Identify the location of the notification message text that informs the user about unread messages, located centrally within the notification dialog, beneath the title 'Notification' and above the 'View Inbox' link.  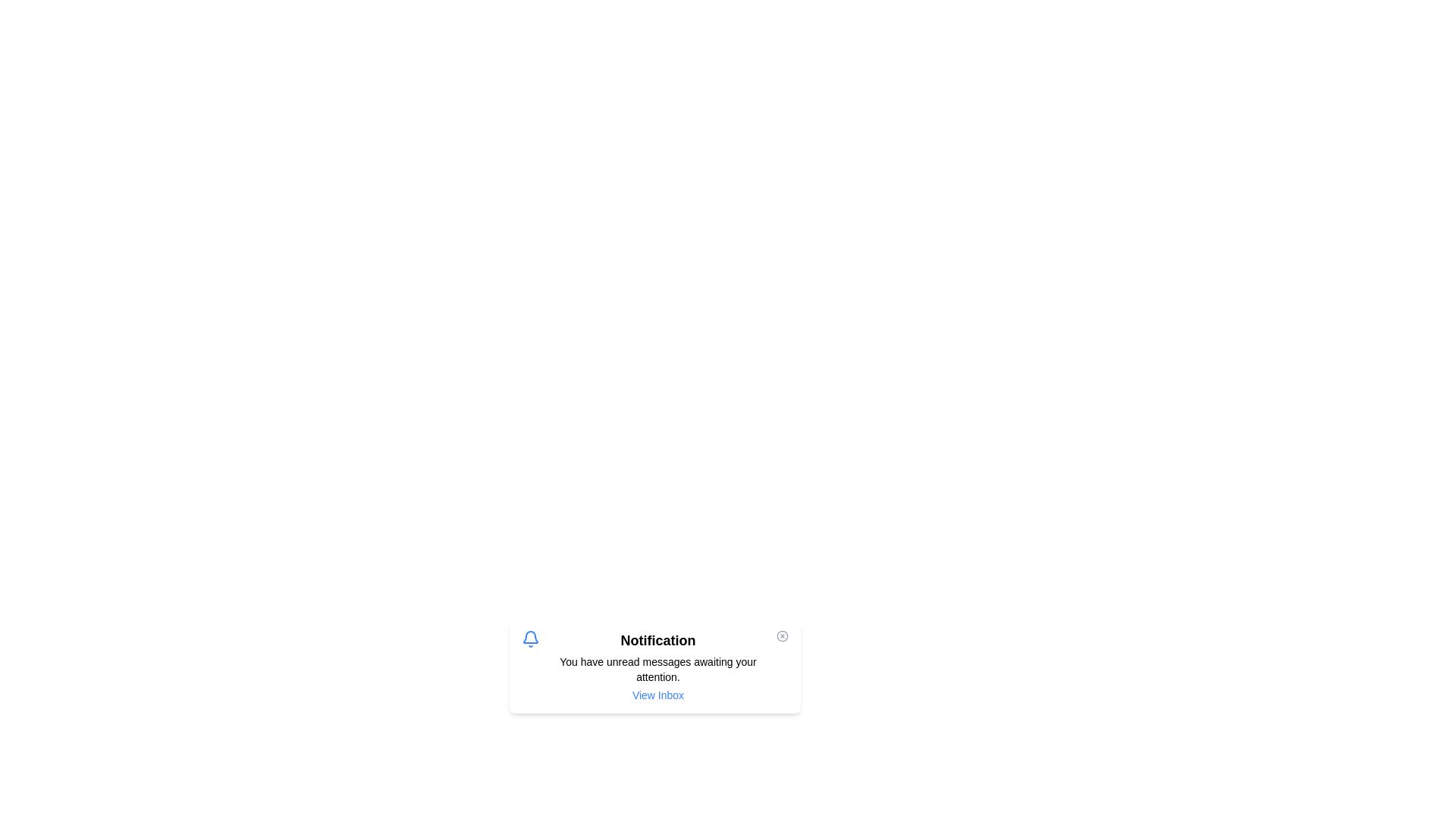
(658, 669).